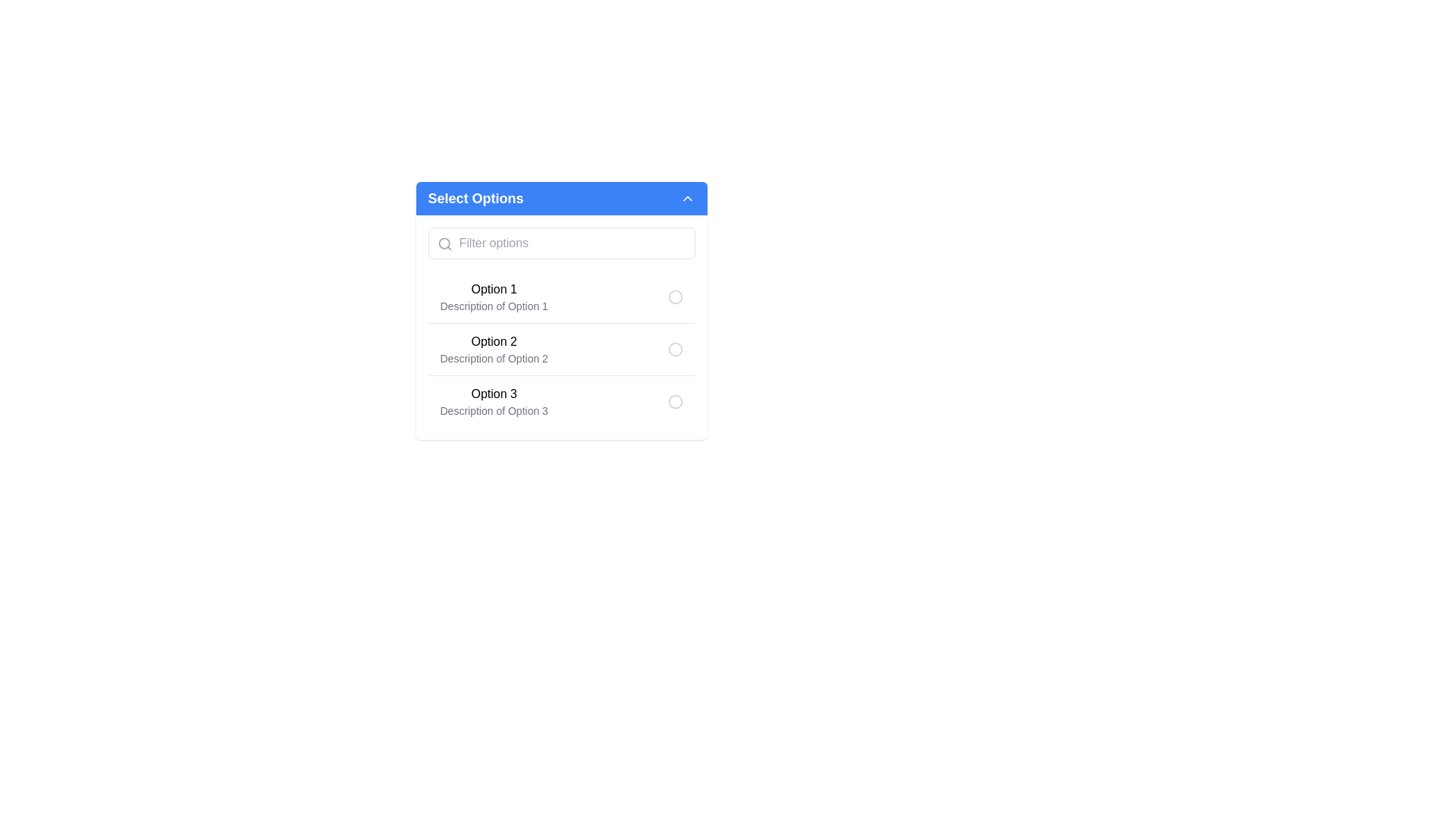 This screenshot has width=1456, height=819. What do you see at coordinates (444, 243) in the screenshot?
I see `the search icon located within the bounds of the text input field at the top of the options panel, which visually signifies the purpose of the adjacent input field for filtering or searching` at bounding box center [444, 243].